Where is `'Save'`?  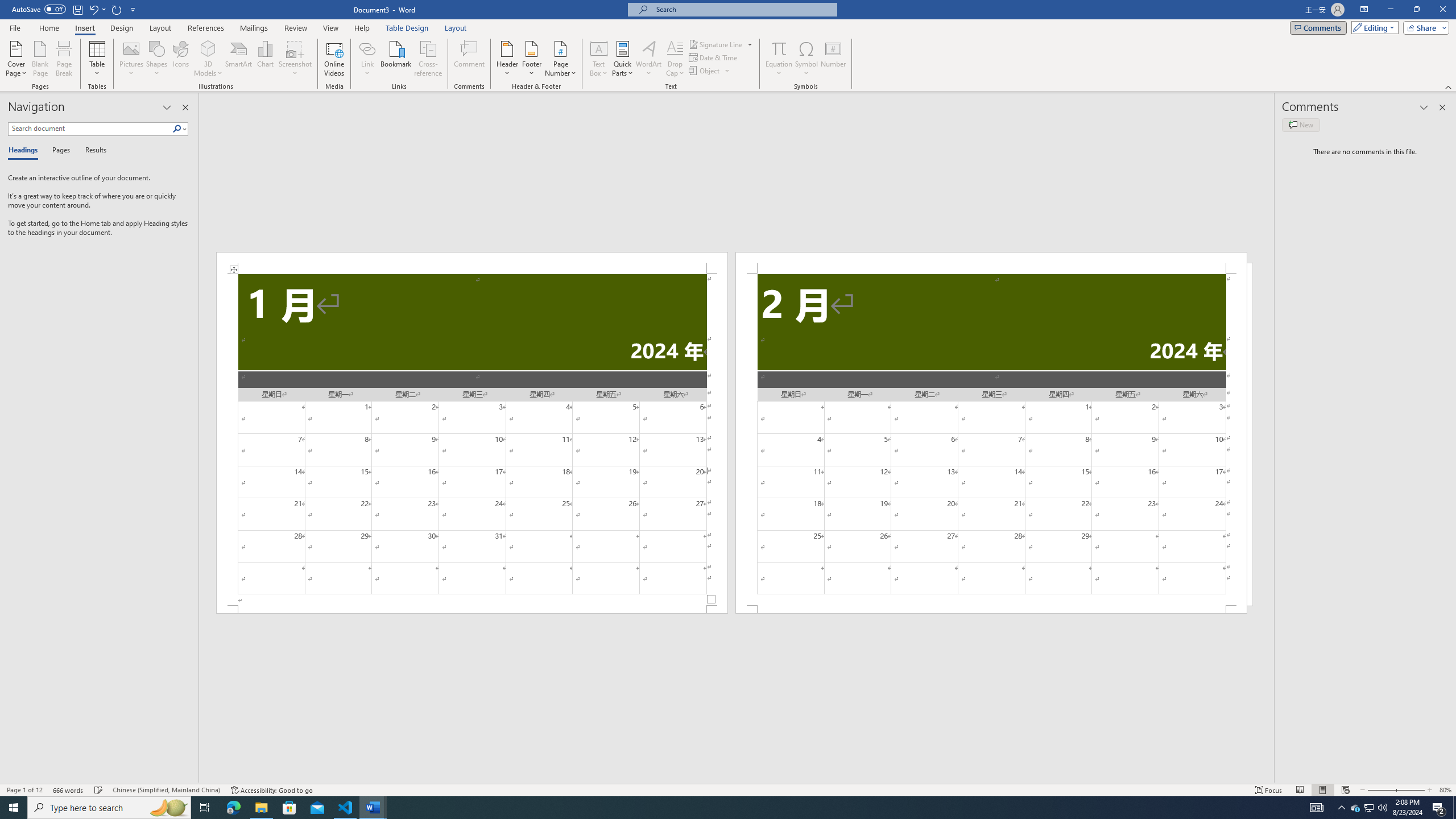
'Save' is located at coordinates (77, 9).